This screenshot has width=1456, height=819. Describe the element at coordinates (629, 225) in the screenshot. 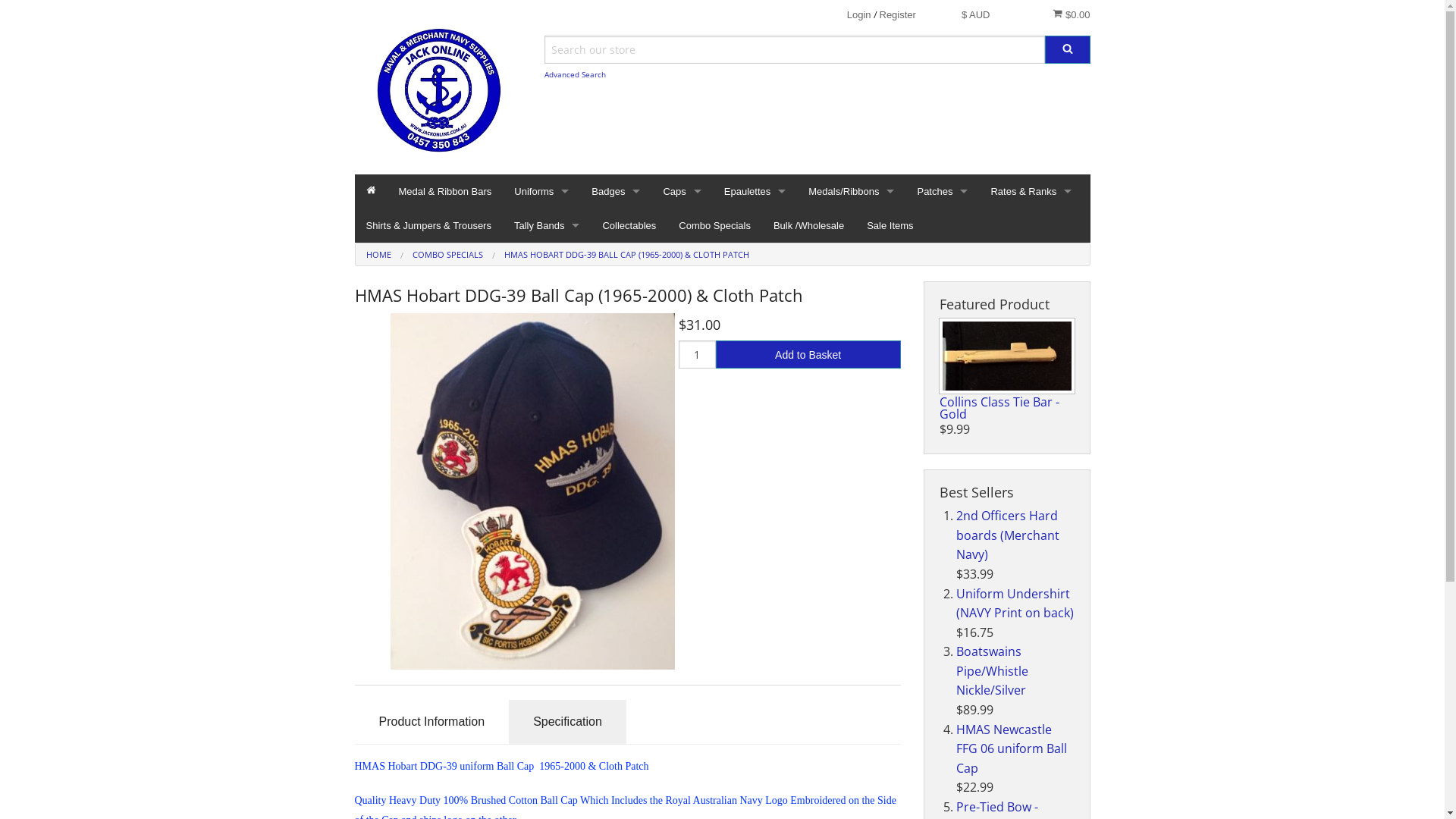

I see `'Collectables'` at that location.